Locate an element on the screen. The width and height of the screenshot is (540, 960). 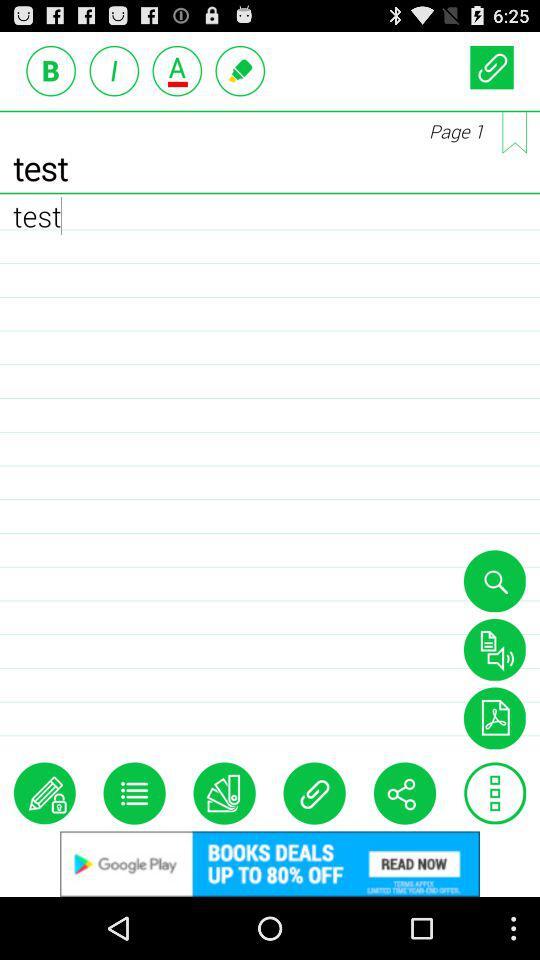
bookmark is located at coordinates (514, 131).